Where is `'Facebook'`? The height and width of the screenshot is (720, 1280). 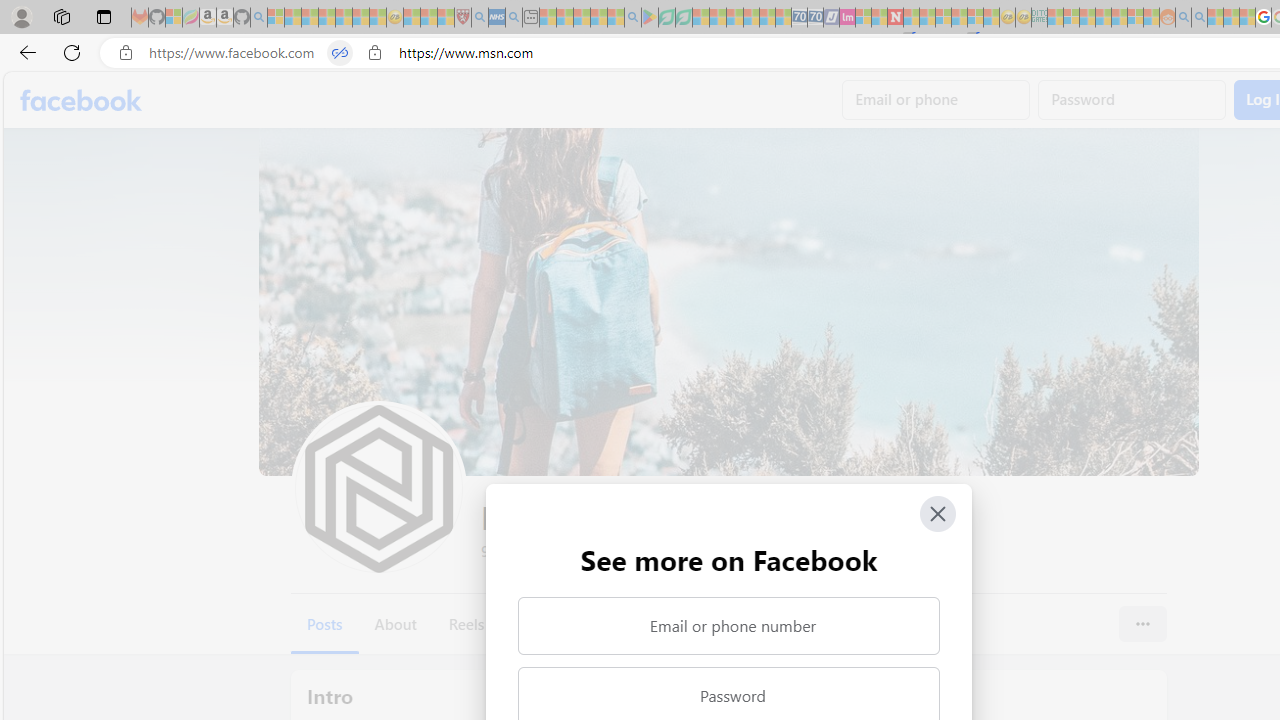
'Facebook' is located at coordinates (80, 100).